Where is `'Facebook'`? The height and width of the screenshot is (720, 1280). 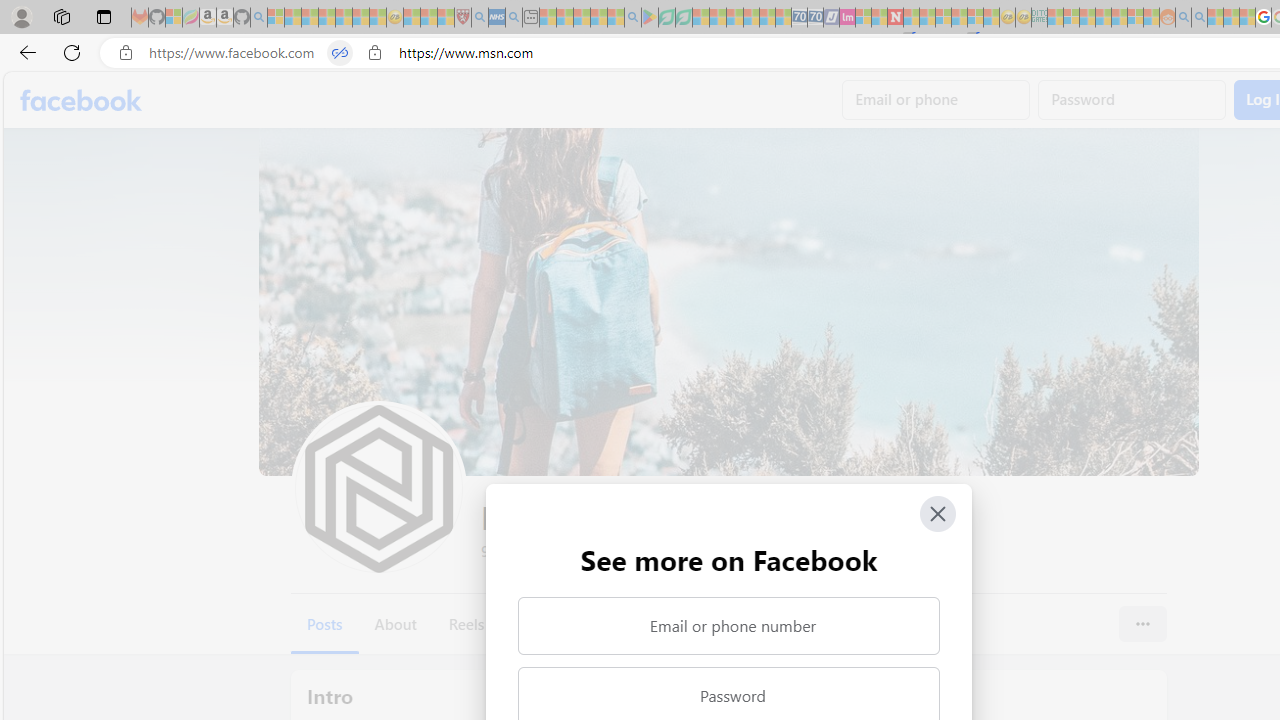
'Facebook' is located at coordinates (80, 100).